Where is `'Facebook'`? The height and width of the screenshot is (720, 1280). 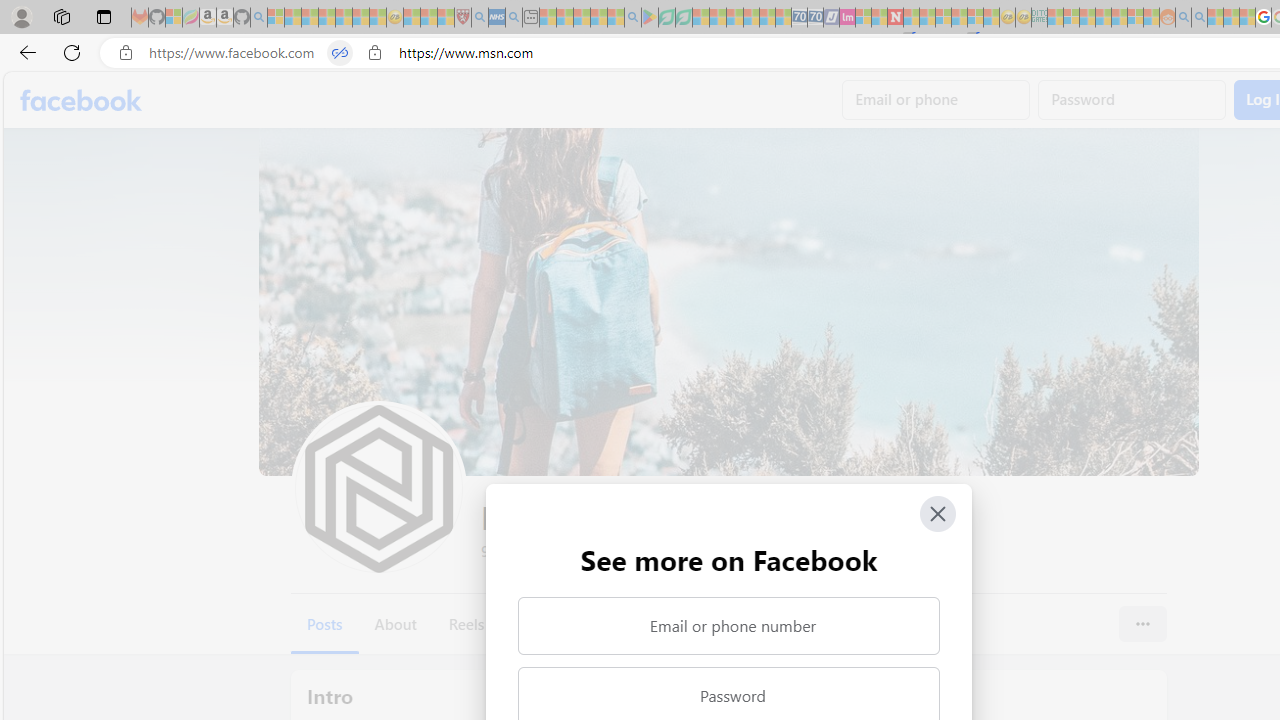
'Facebook' is located at coordinates (80, 100).